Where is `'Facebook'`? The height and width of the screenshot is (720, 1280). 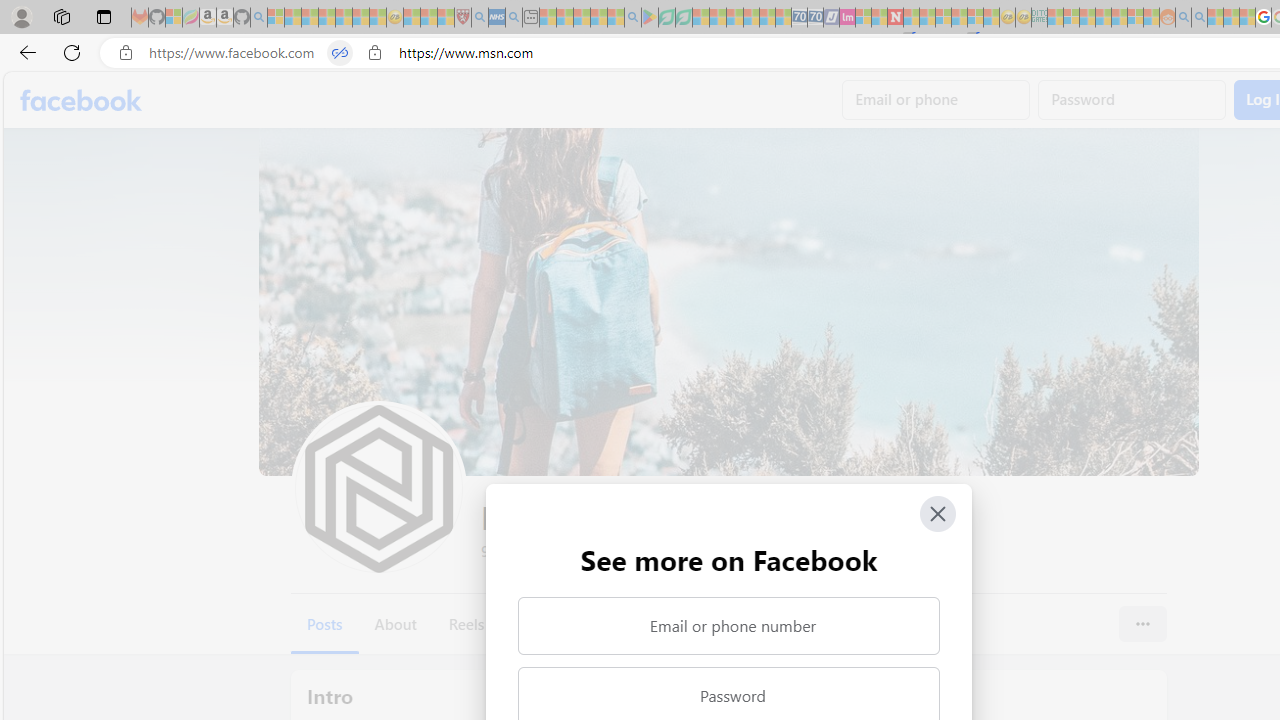
'Facebook' is located at coordinates (80, 100).